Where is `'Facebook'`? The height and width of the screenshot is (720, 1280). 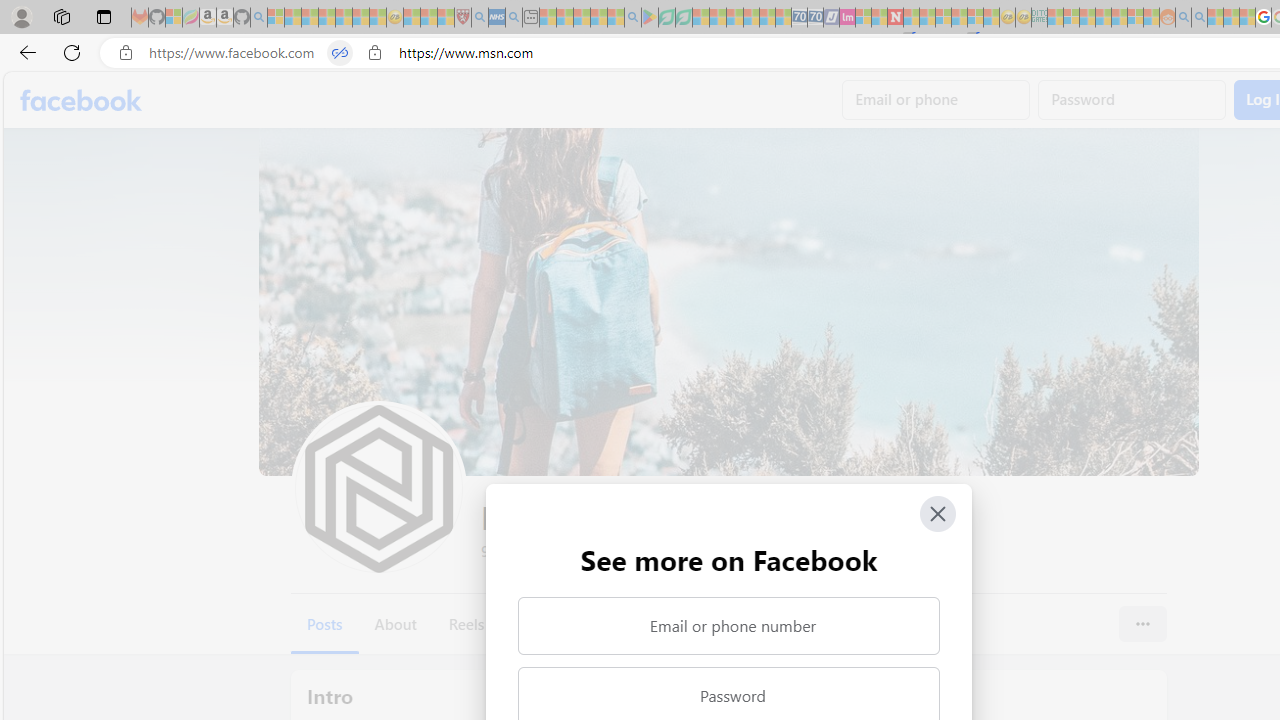
'Facebook' is located at coordinates (80, 100).